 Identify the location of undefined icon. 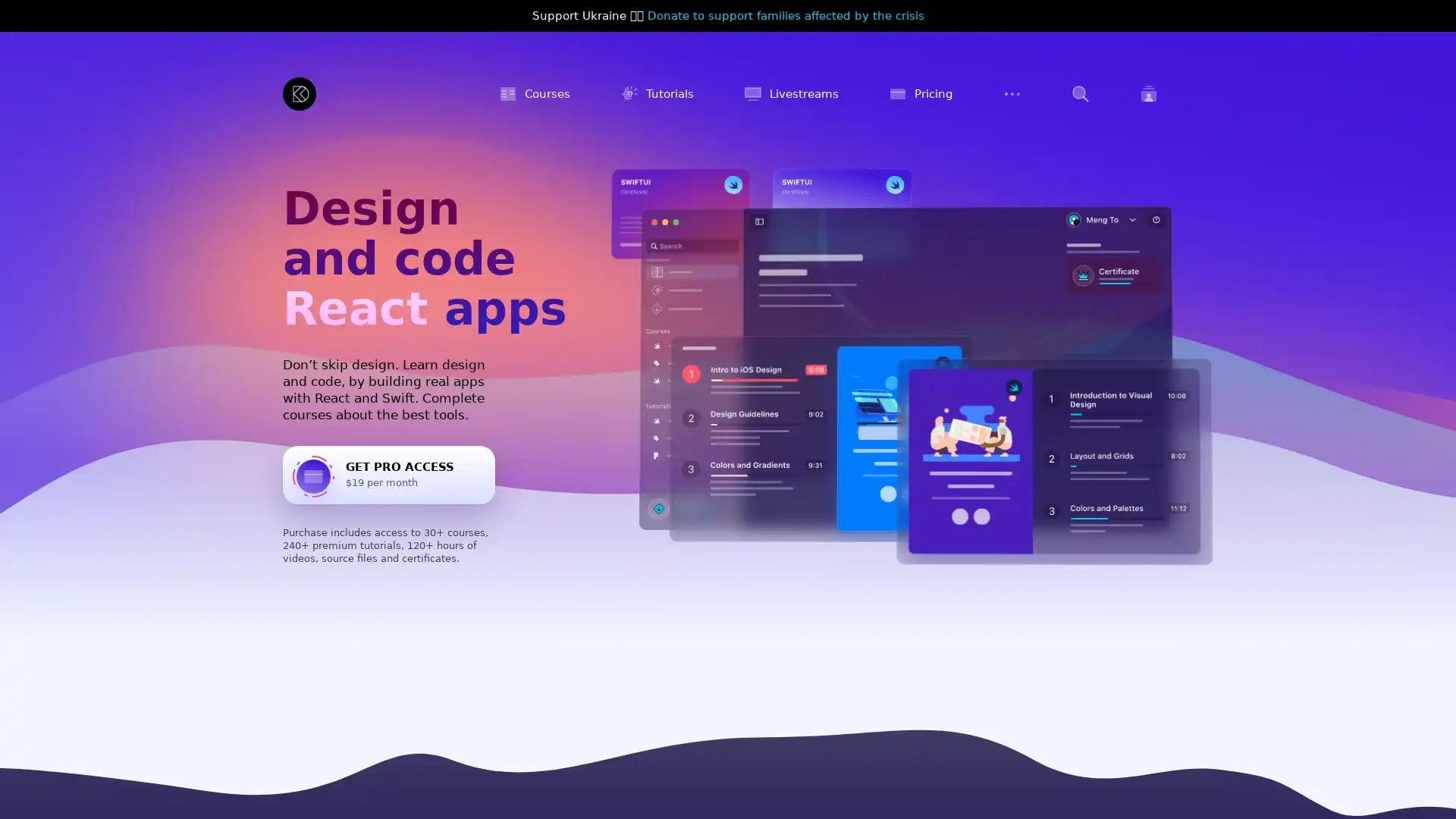
(1080, 93).